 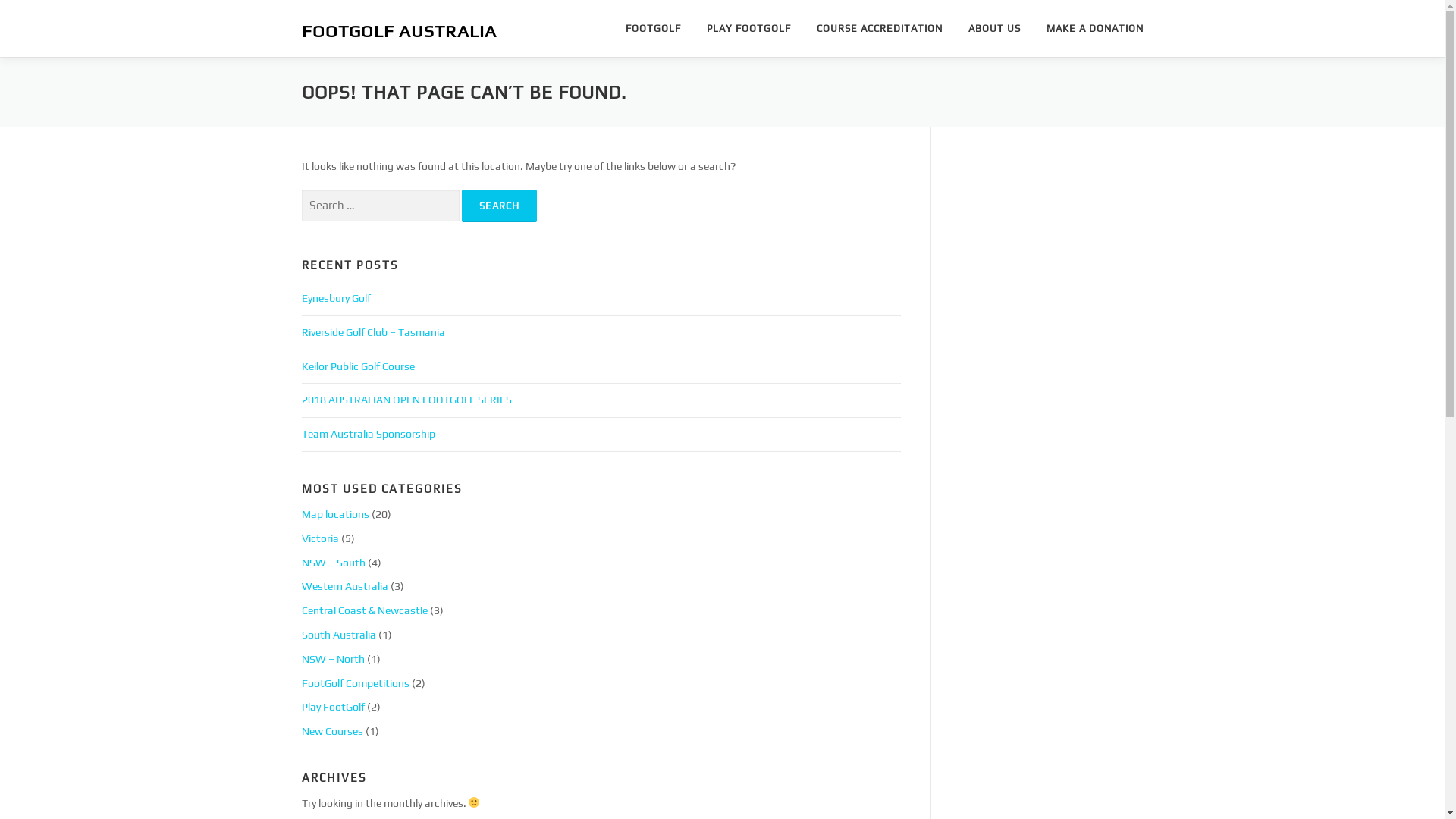 I want to click on 'ABOUT US', so click(x=994, y=28).